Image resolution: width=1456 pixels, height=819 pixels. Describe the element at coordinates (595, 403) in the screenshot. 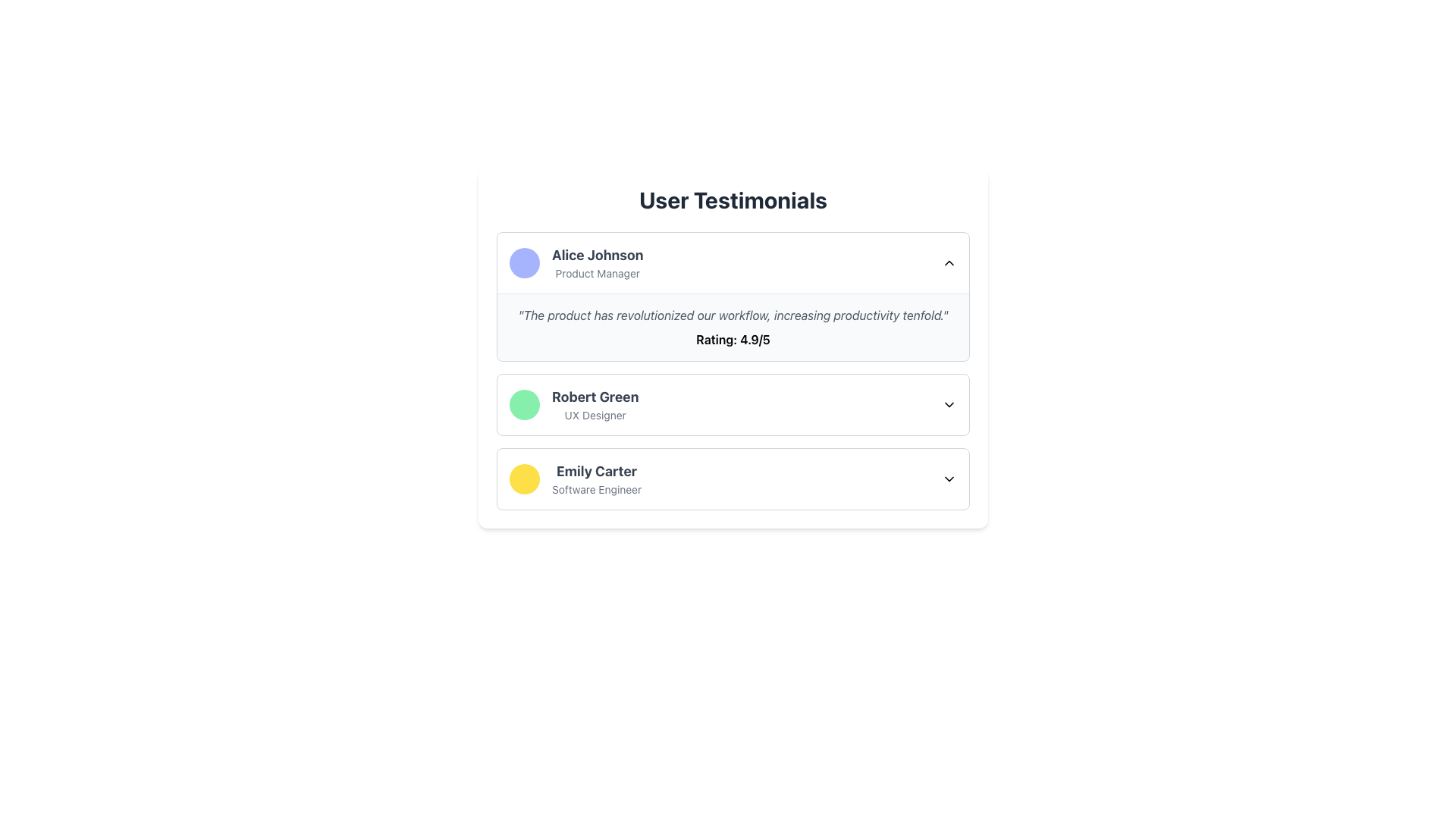

I see `the testimonial header displaying 'Robert Green' as 'UX Designer', located between testimonials from 'Alice Johnson' and 'Emily Carter', with a circular green icon on the left` at that location.